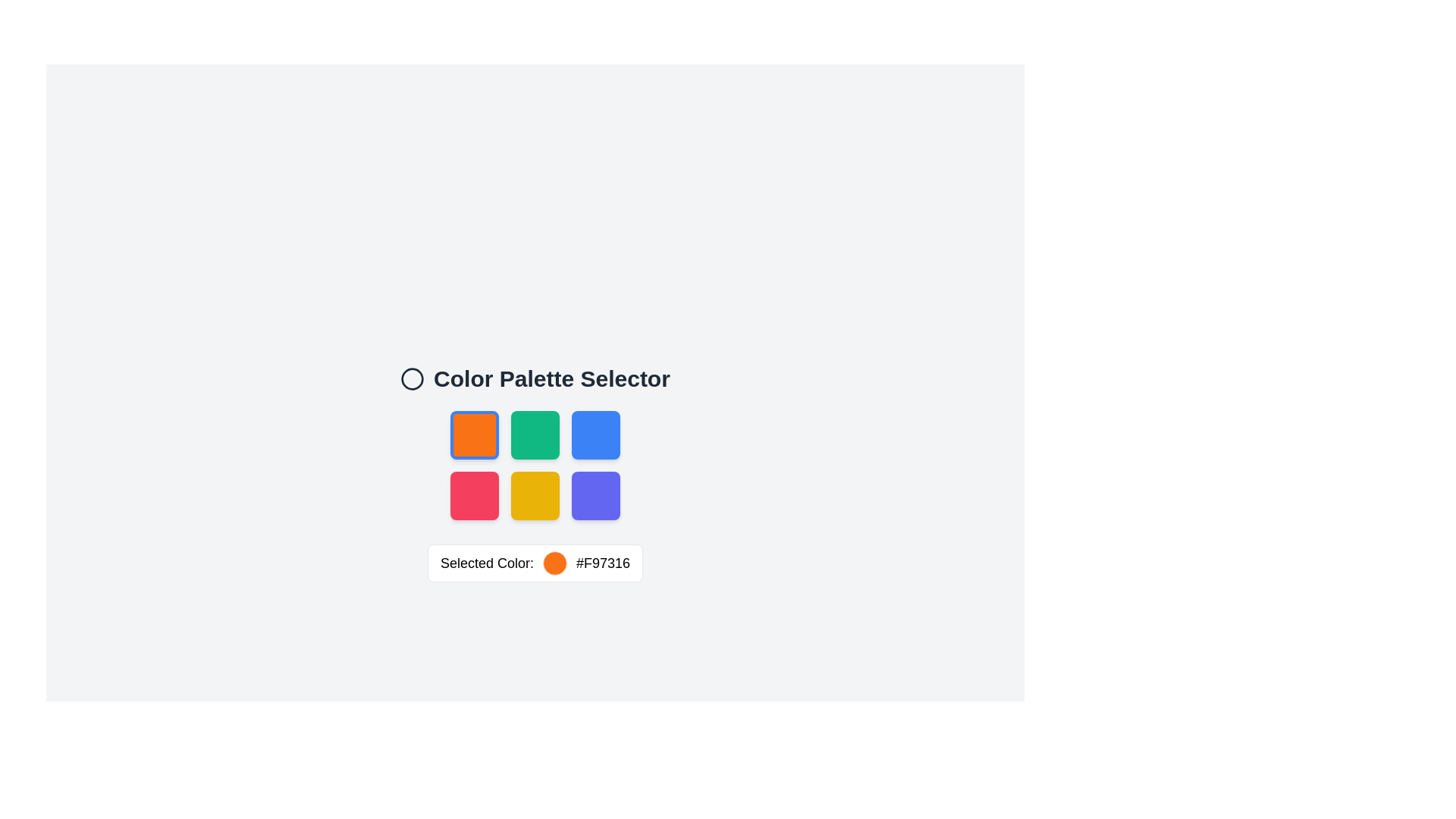 This screenshot has height=819, width=1456. I want to click on the sixth button in a grid of six, which is square-shaped with rounded corners and has a blue background color, so click(595, 496).